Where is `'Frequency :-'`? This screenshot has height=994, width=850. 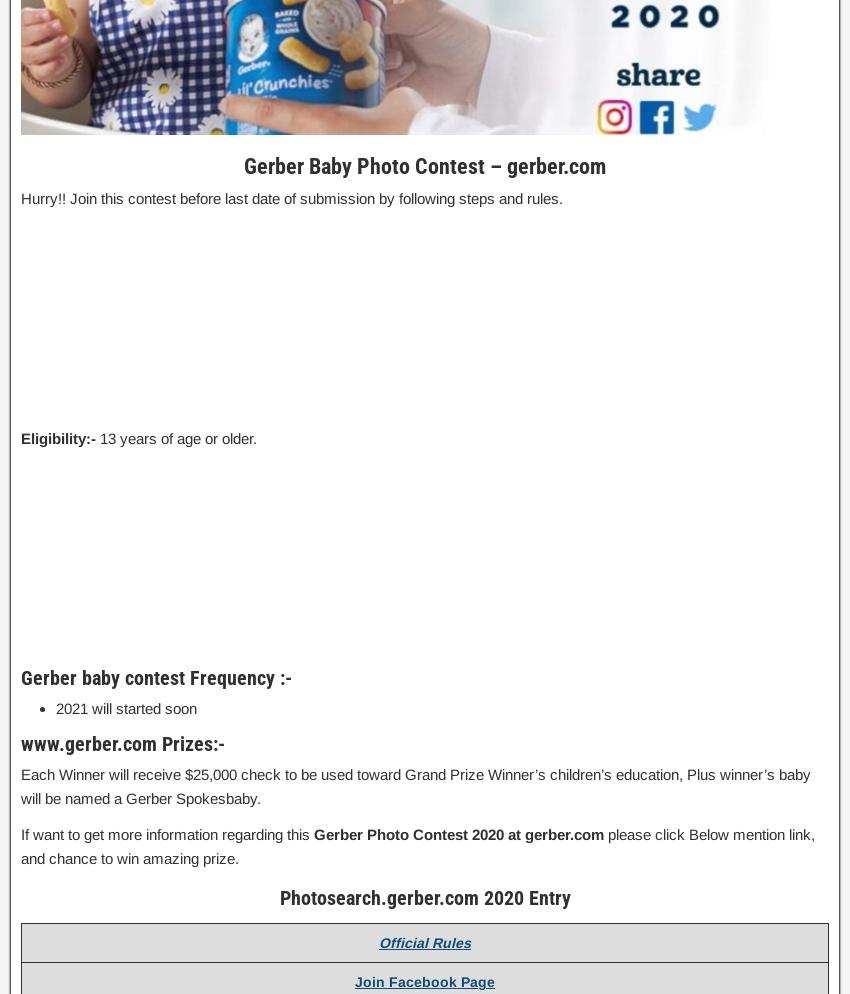
'Frequency :-' is located at coordinates (240, 676).